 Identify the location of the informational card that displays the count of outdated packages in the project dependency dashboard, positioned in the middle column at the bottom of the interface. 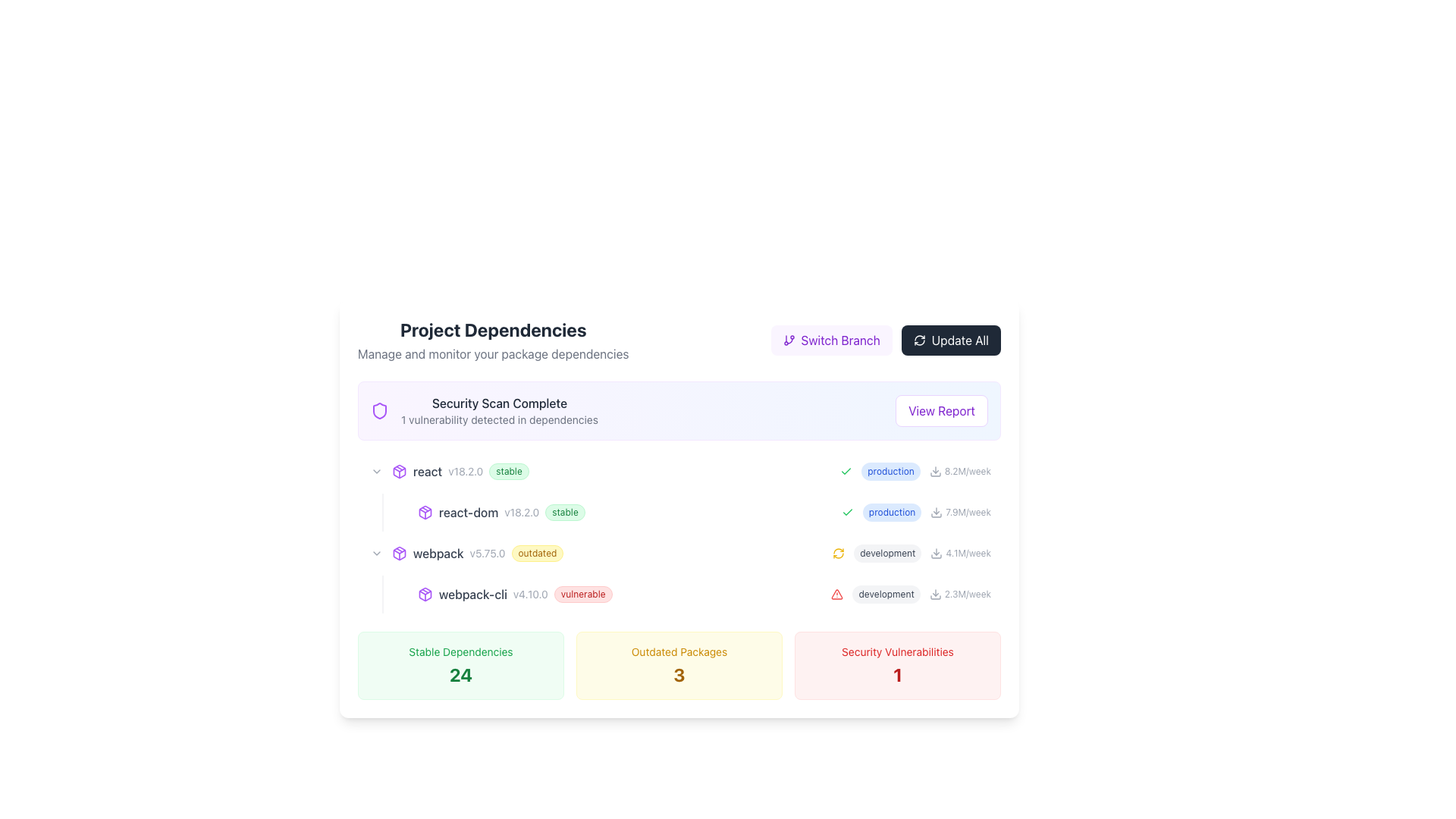
(679, 665).